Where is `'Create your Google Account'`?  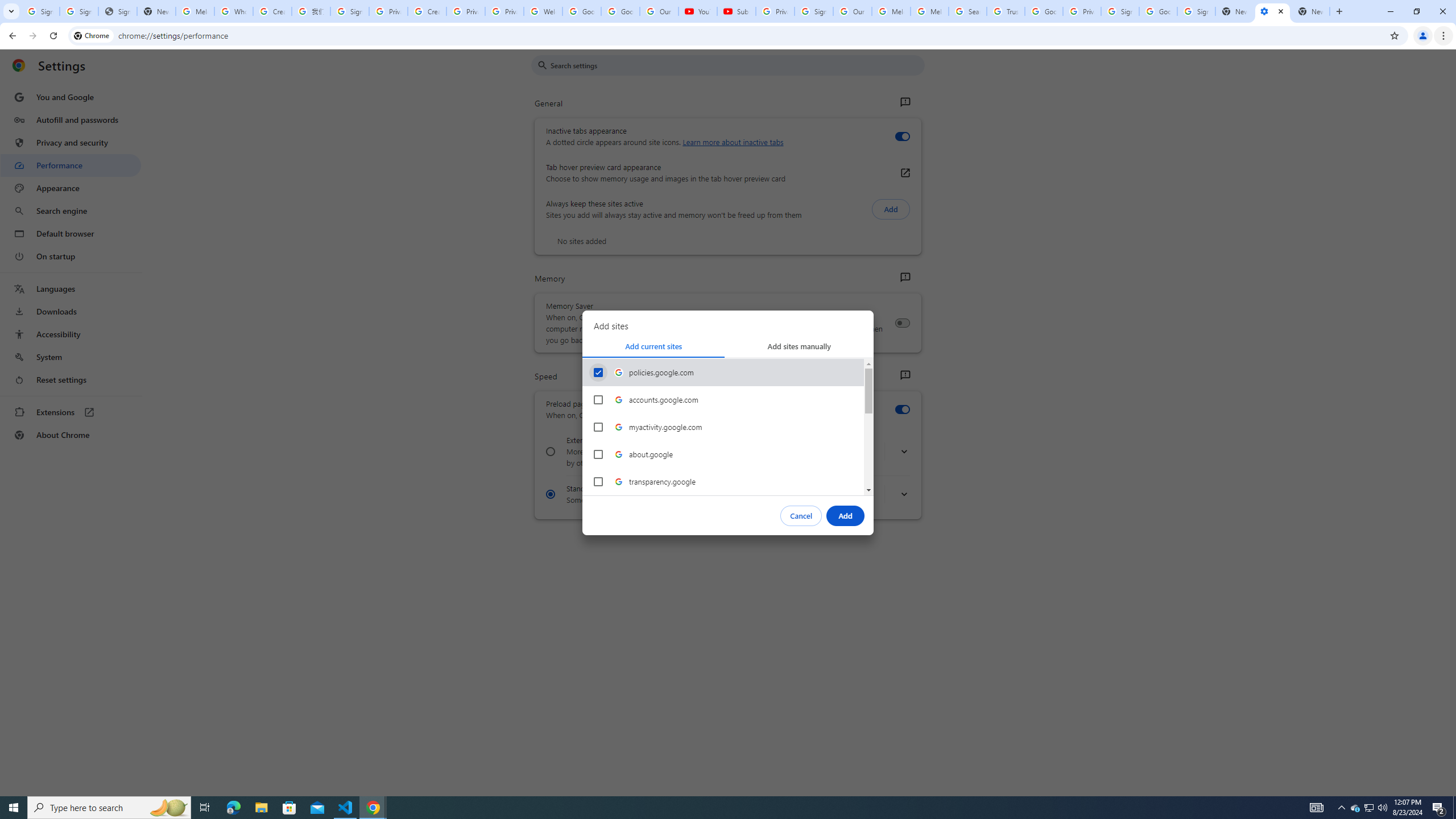
'Create your Google Account' is located at coordinates (427, 11).